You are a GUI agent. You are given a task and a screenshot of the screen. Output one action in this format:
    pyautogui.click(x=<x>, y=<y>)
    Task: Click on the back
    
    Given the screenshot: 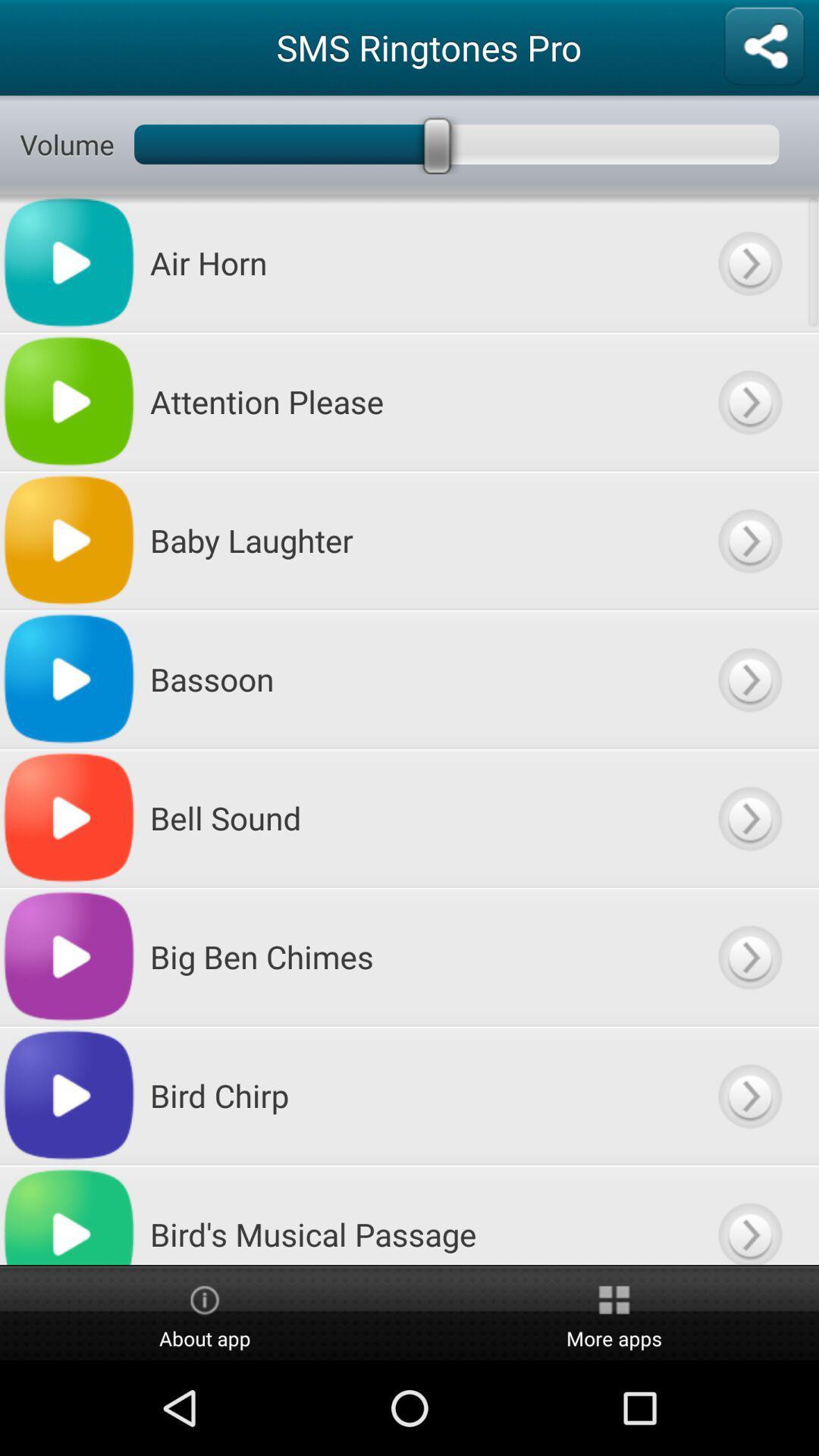 What is the action you would take?
    pyautogui.click(x=748, y=540)
    